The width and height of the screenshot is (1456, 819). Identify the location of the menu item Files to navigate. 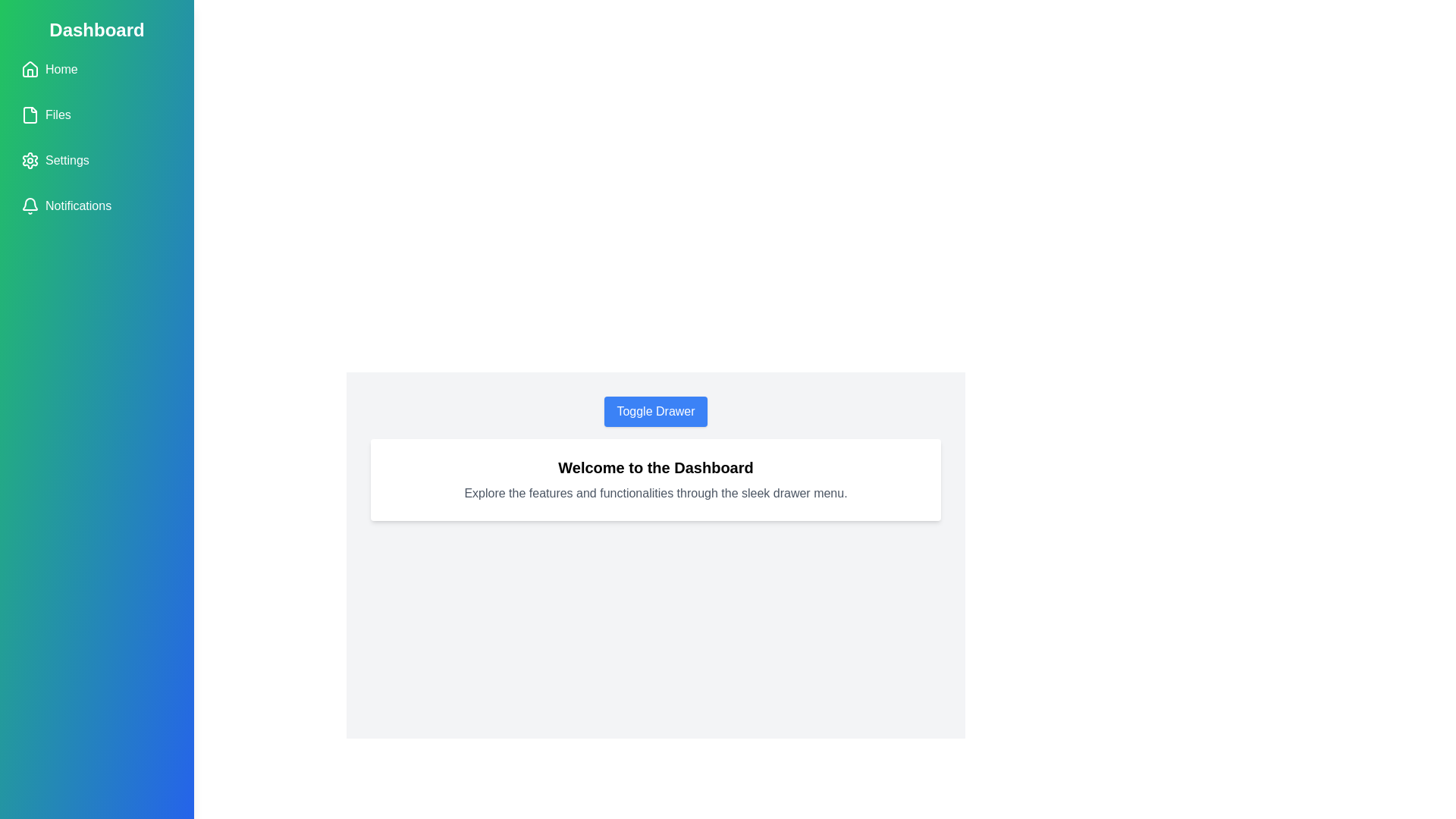
(96, 114).